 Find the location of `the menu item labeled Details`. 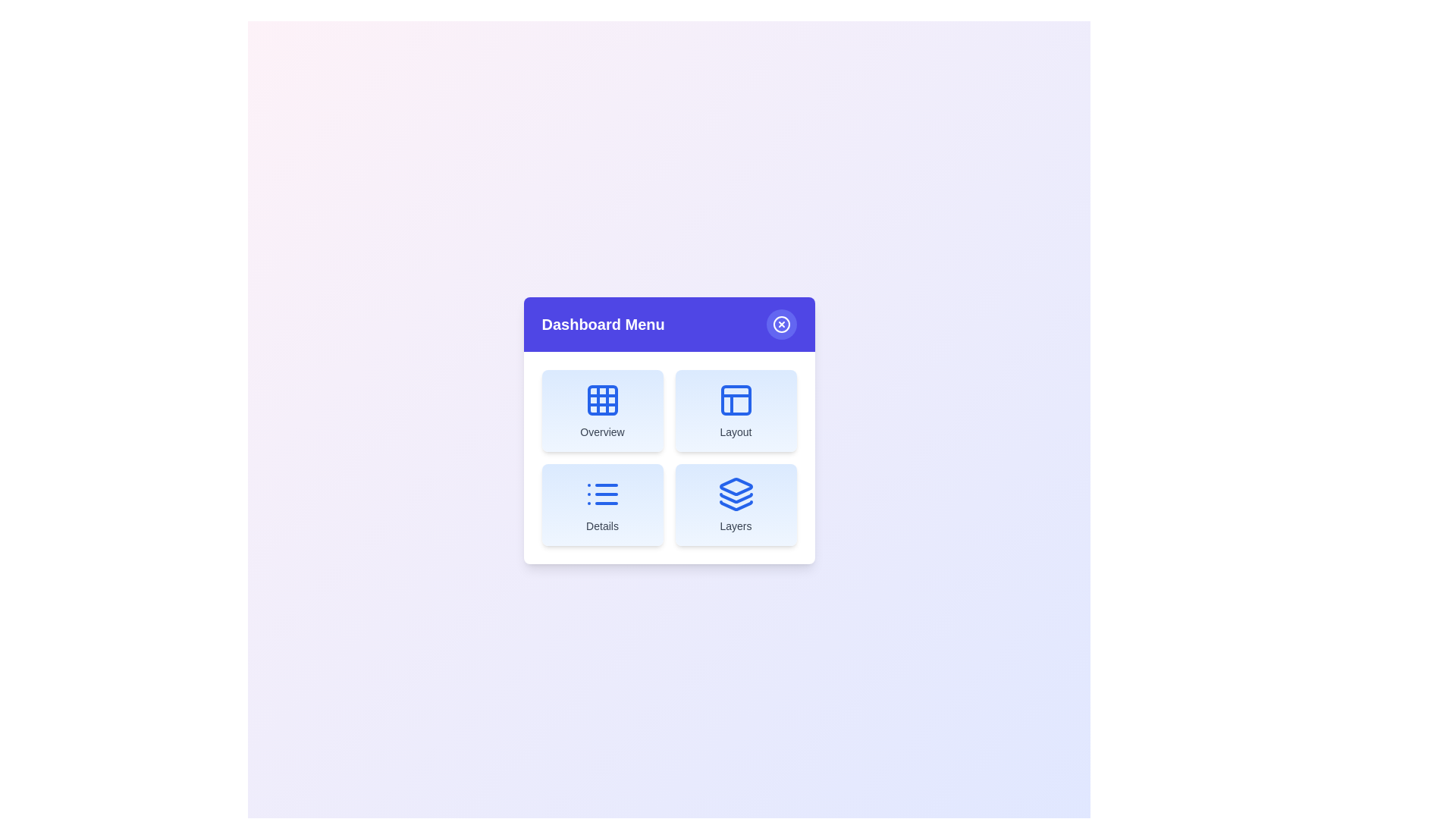

the menu item labeled Details is located at coordinates (601, 505).